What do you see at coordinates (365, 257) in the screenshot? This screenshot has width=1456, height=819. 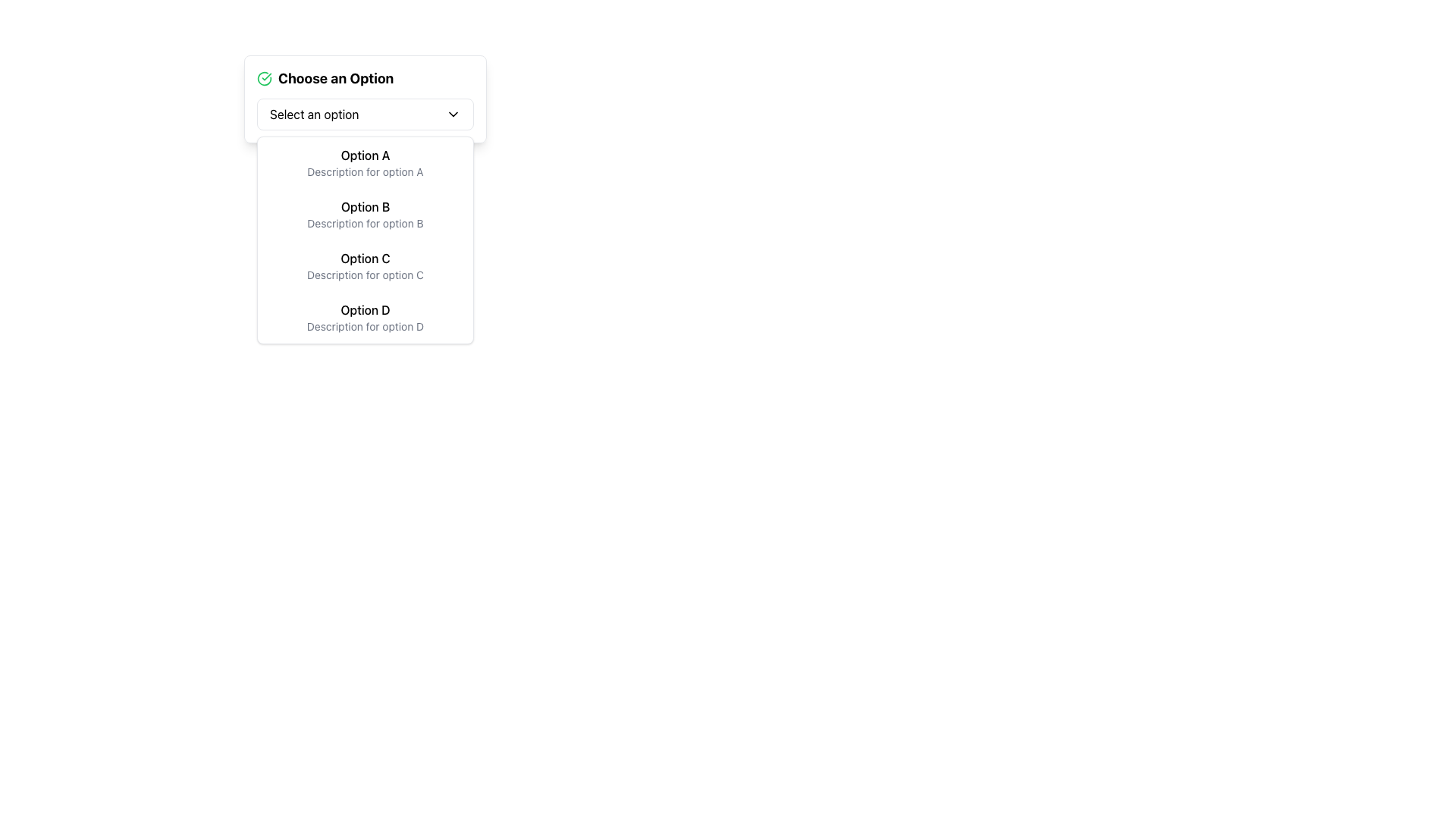 I see `the text label reading 'Option C', which is displayed in bold font and positioned in the top-center region of its dropdown menu, above a descriptive text` at bounding box center [365, 257].